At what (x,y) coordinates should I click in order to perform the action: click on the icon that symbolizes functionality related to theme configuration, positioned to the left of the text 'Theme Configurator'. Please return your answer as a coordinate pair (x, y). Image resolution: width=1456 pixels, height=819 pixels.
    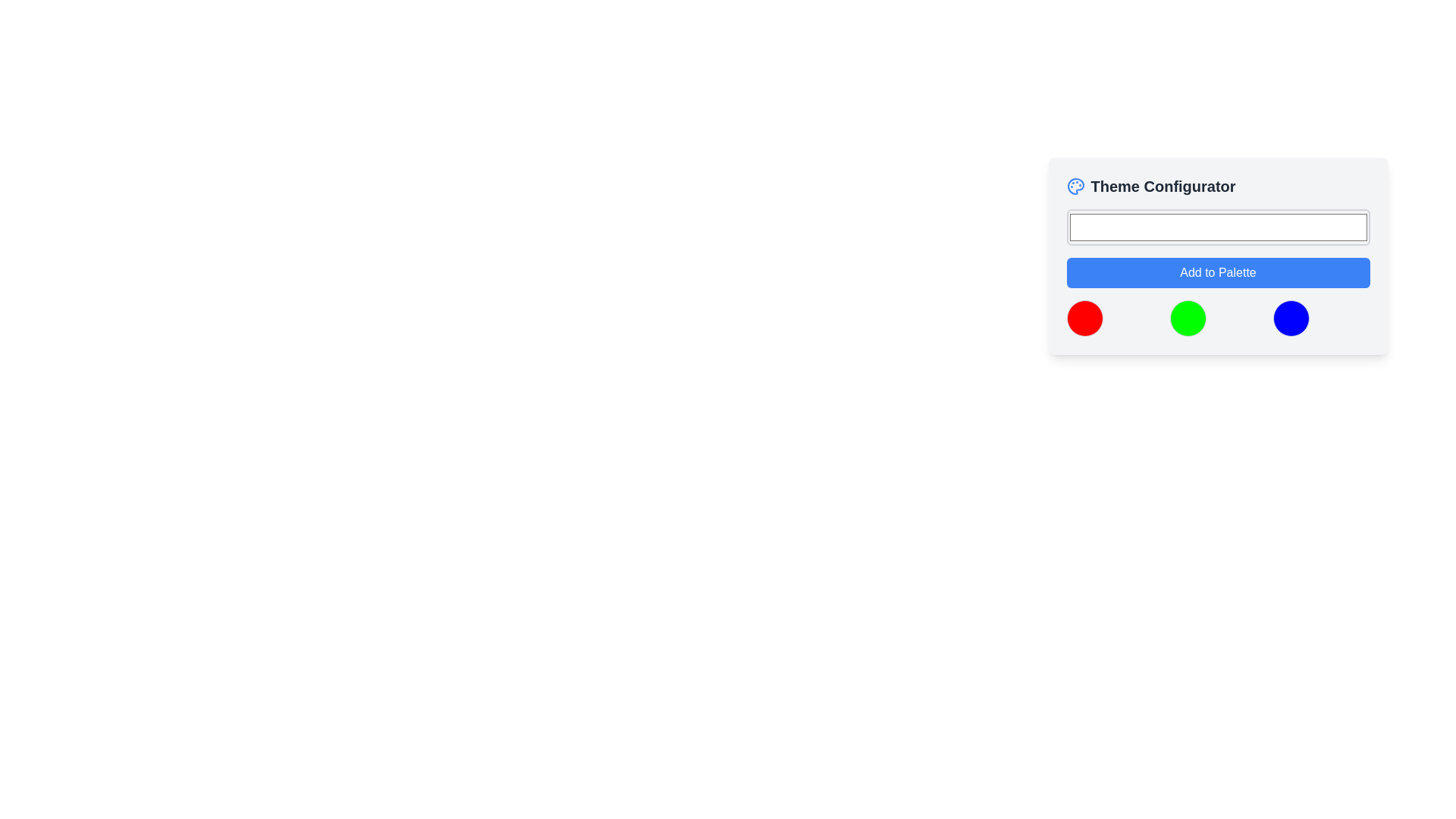
    Looking at the image, I should click on (1075, 186).